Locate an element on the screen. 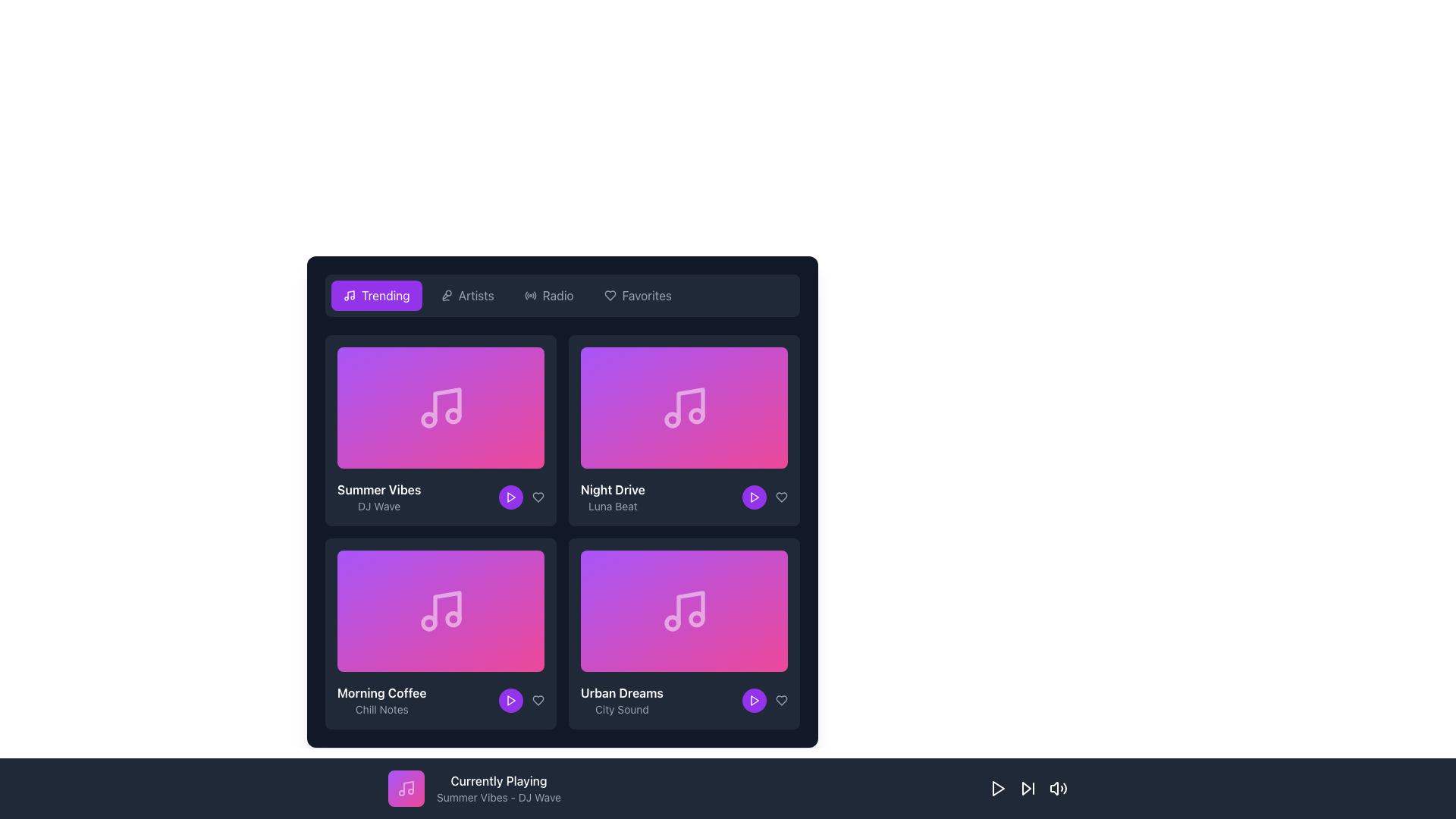 The width and height of the screenshot is (1456, 819). text from the top label of the rightmost music card in the bottom row of the grid, which serves as the title of a music track or category is located at coordinates (622, 693).